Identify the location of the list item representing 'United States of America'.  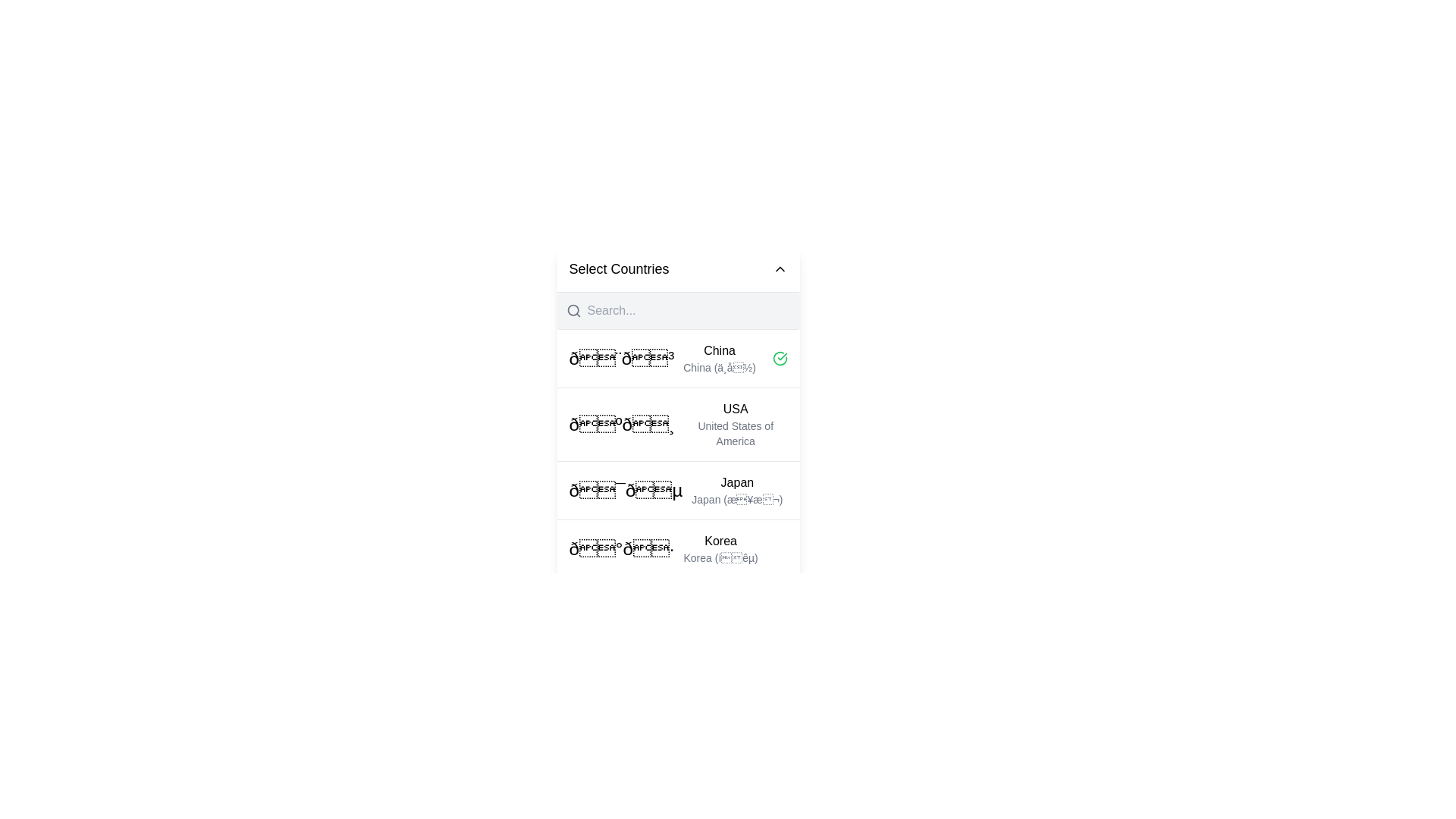
(677, 424).